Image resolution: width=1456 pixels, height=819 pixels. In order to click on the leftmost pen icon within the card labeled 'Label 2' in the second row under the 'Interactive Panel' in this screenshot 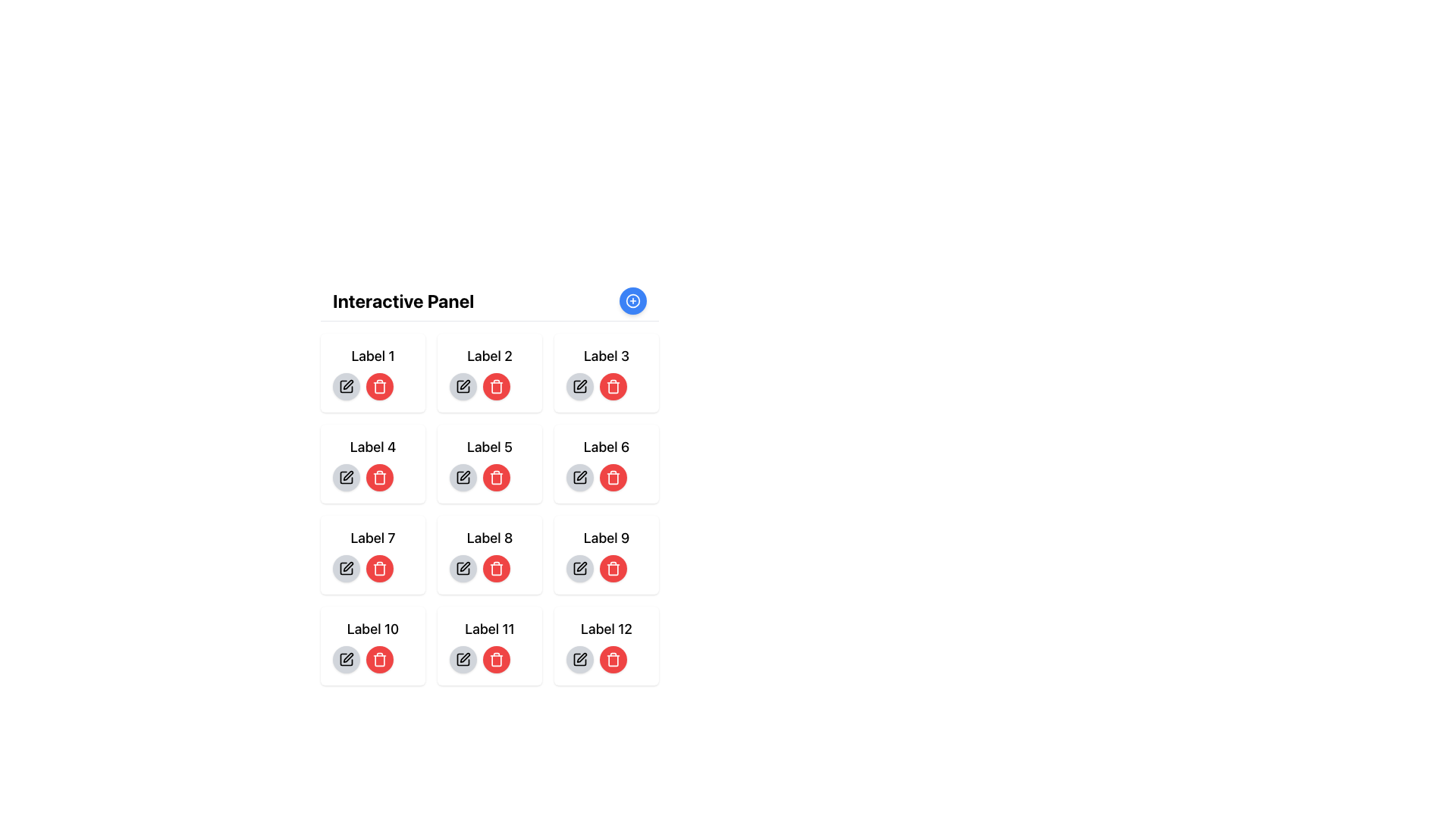, I will do `click(464, 384)`.